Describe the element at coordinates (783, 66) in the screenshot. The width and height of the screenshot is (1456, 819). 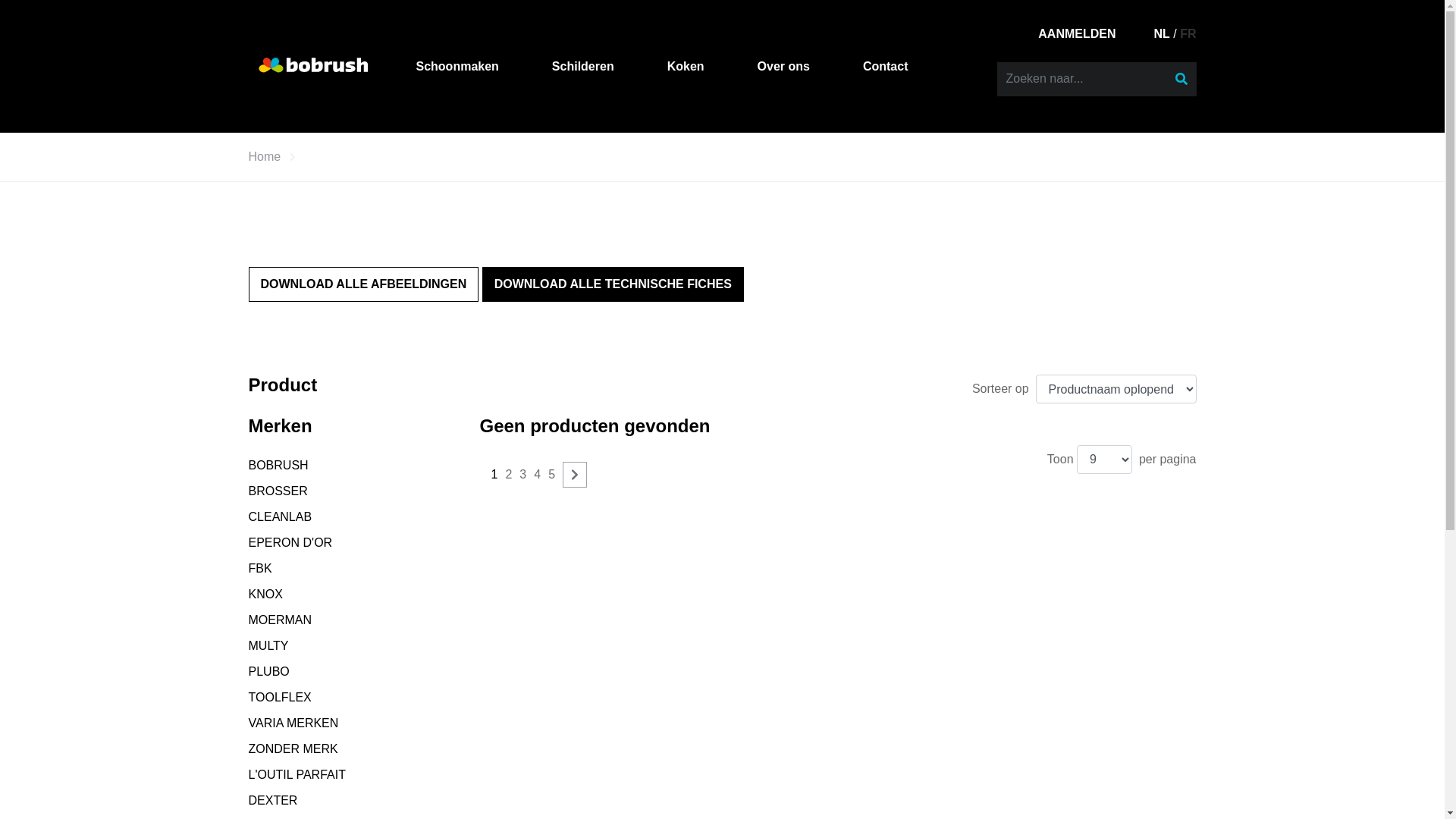
I see `'Over ons'` at that location.